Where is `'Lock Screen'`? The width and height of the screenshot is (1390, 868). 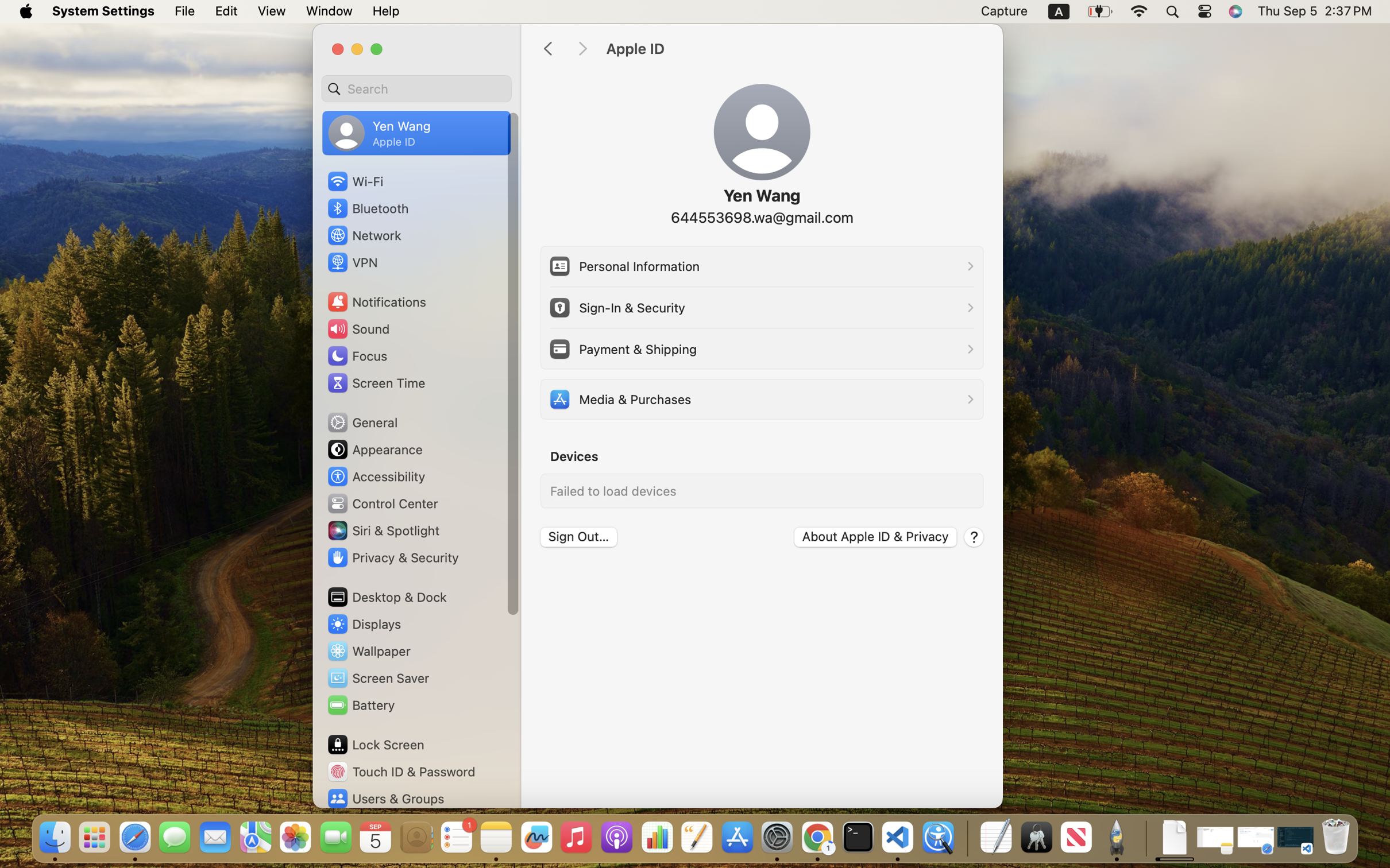
'Lock Screen' is located at coordinates (375, 744).